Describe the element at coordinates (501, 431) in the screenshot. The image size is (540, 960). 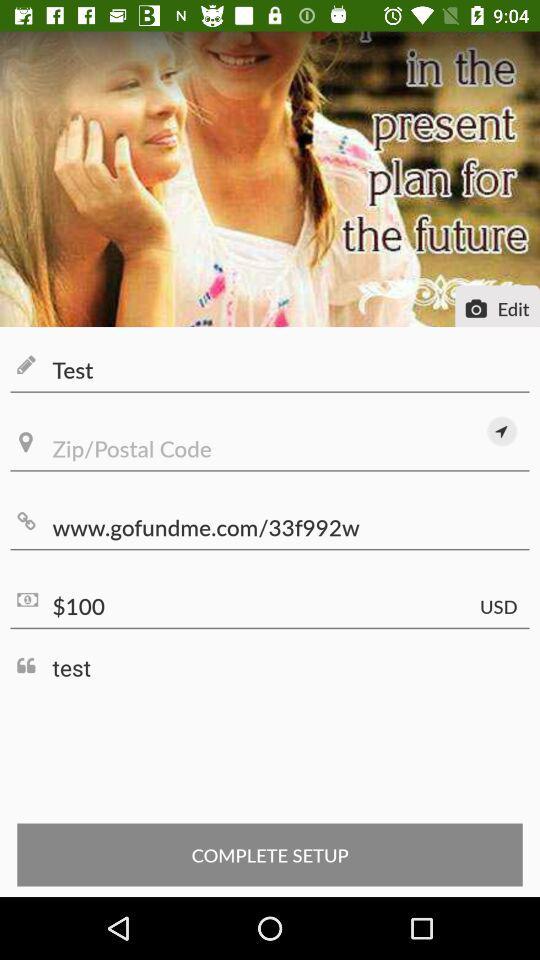
I see `icon above the www gofundme com` at that location.